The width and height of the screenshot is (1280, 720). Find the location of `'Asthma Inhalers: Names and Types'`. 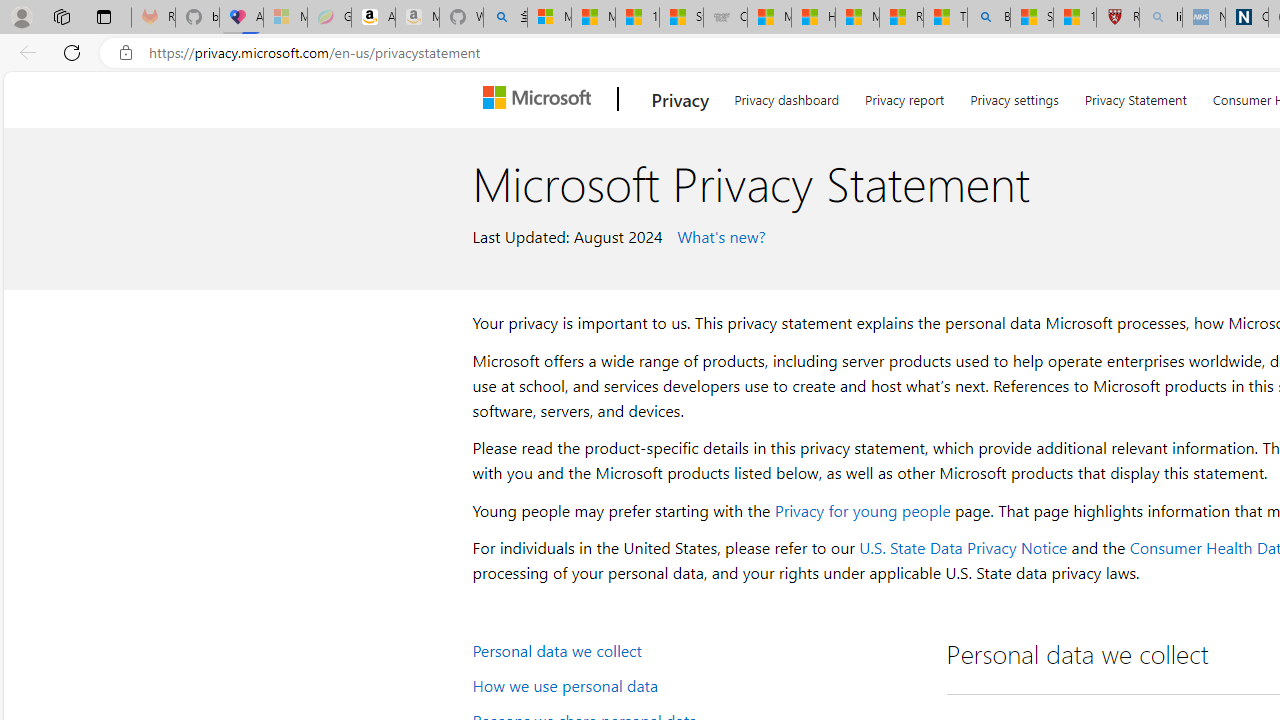

'Asthma Inhalers: Names and Types' is located at coordinates (240, 17).